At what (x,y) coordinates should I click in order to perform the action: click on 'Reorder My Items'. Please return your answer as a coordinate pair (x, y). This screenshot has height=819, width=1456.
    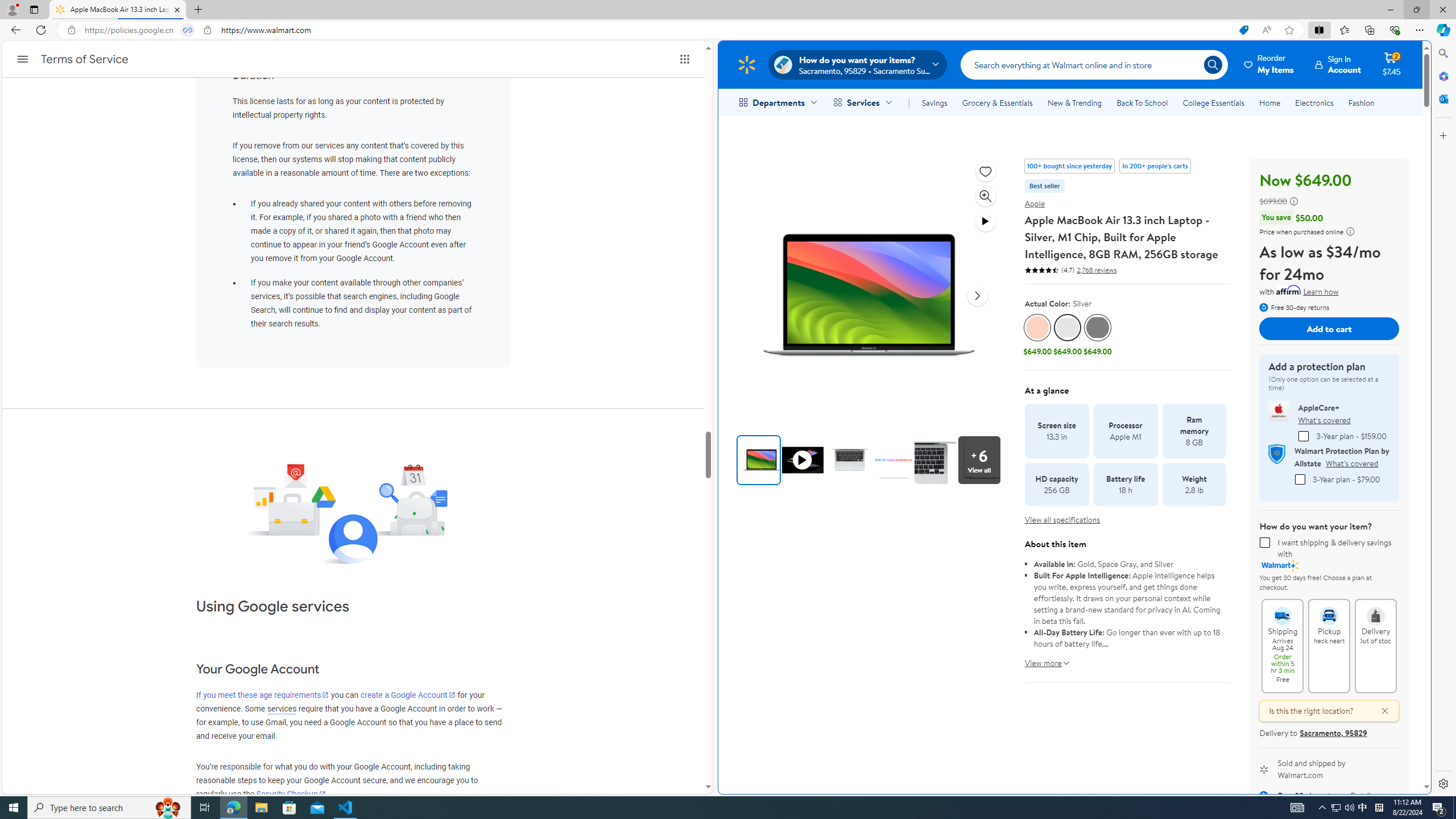
    Looking at the image, I should click on (1269, 64).